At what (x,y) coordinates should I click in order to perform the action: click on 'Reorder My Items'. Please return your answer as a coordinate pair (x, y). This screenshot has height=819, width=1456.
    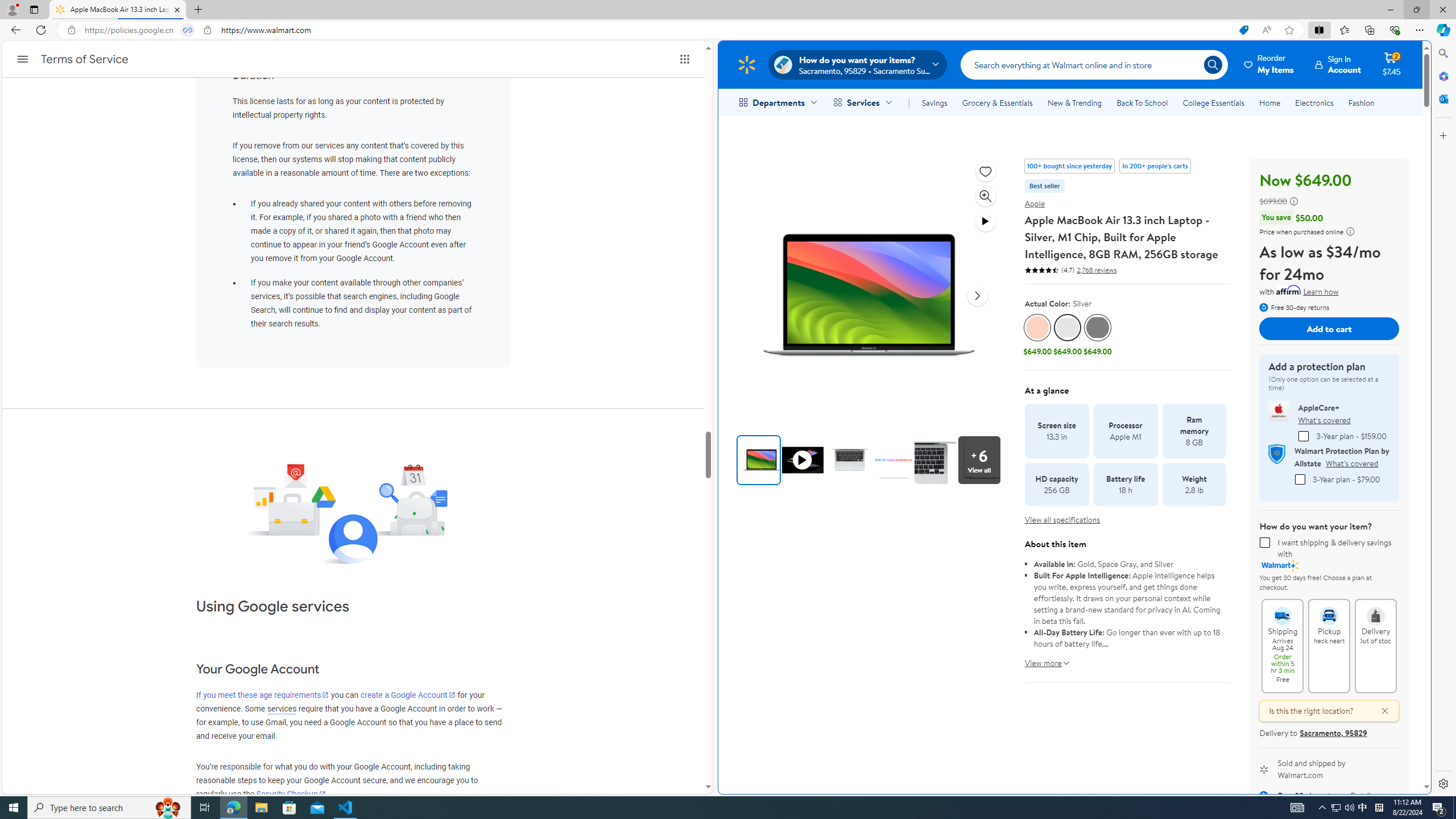
    Looking at the image, I should click on (1269, 64).